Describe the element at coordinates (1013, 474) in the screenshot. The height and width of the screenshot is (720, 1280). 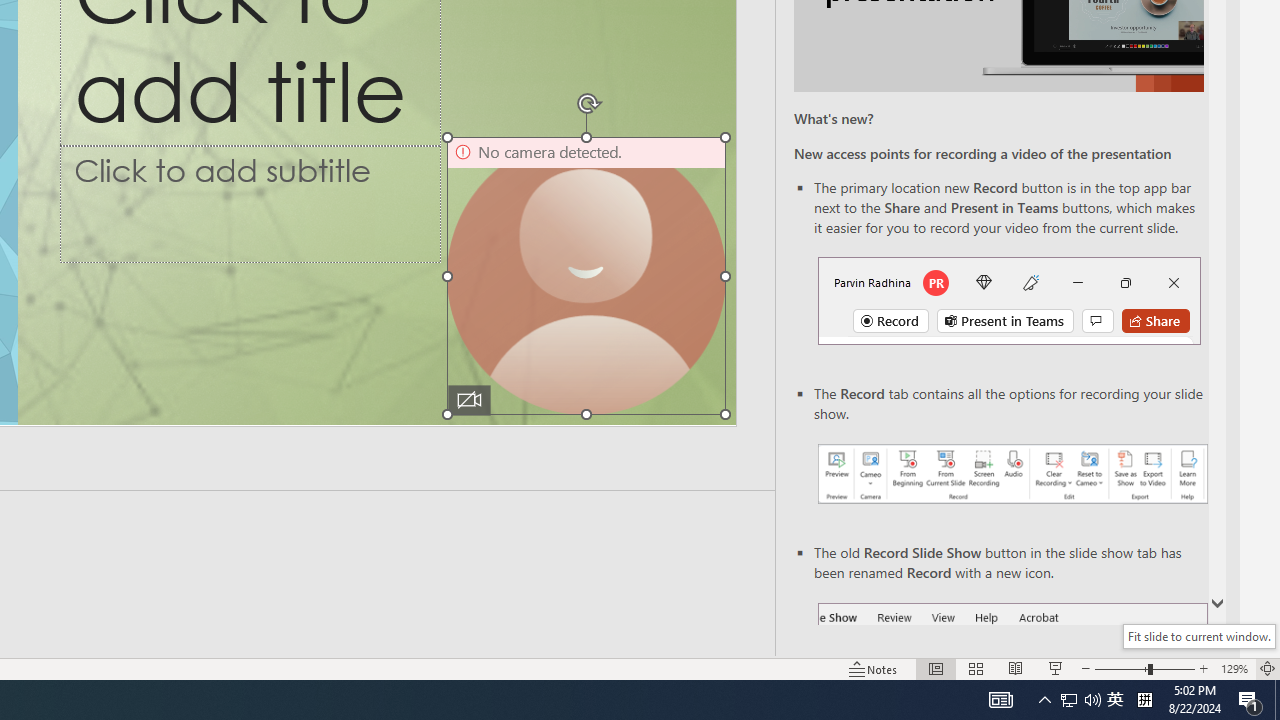
I see `'Record your presentations screenshot one'` at that location.